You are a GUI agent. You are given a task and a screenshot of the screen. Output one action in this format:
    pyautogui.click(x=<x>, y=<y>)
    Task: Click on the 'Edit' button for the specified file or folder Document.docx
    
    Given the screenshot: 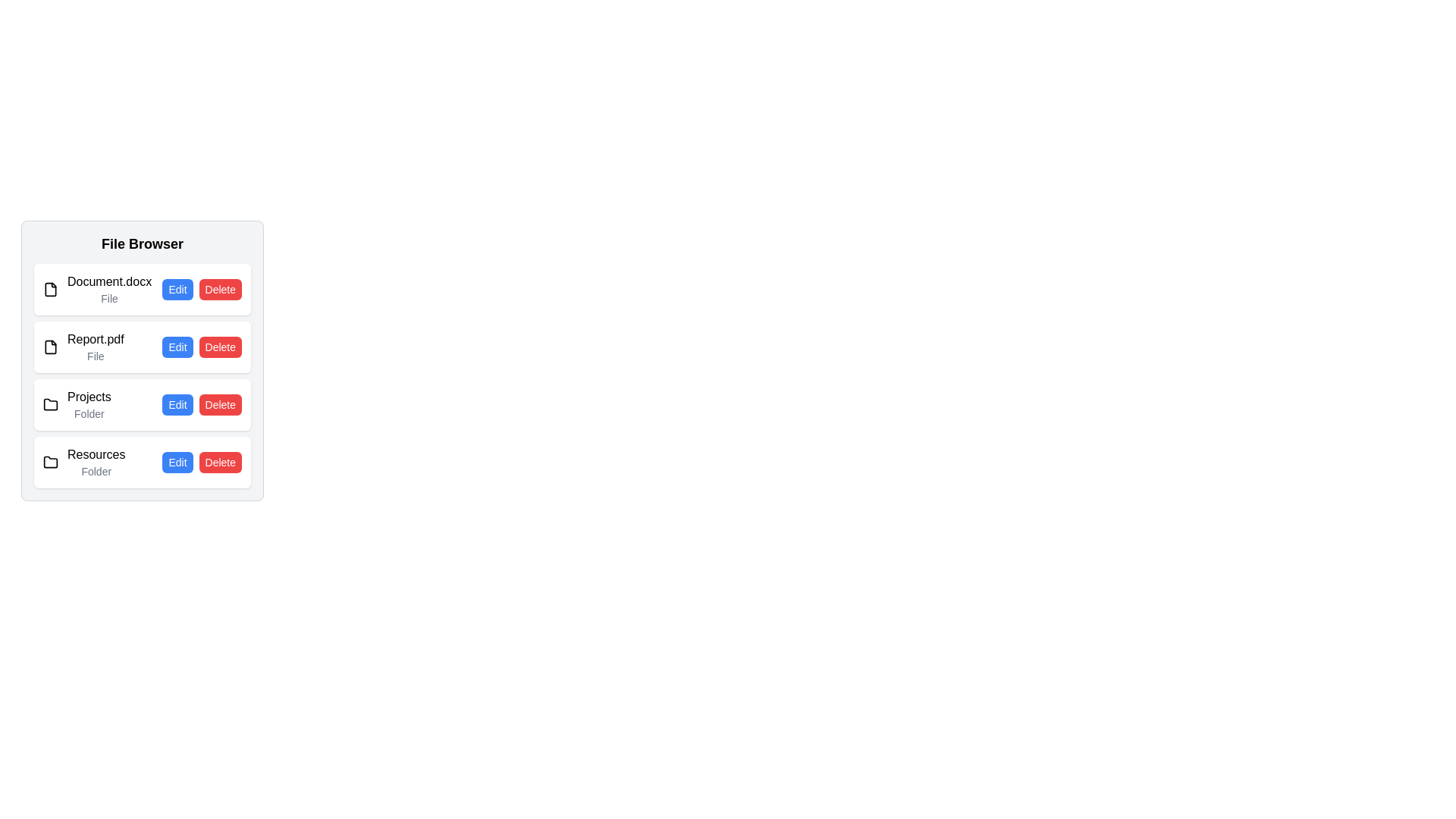 What is the action you would take?
    pyautogui.click(x=177, y=289)
    